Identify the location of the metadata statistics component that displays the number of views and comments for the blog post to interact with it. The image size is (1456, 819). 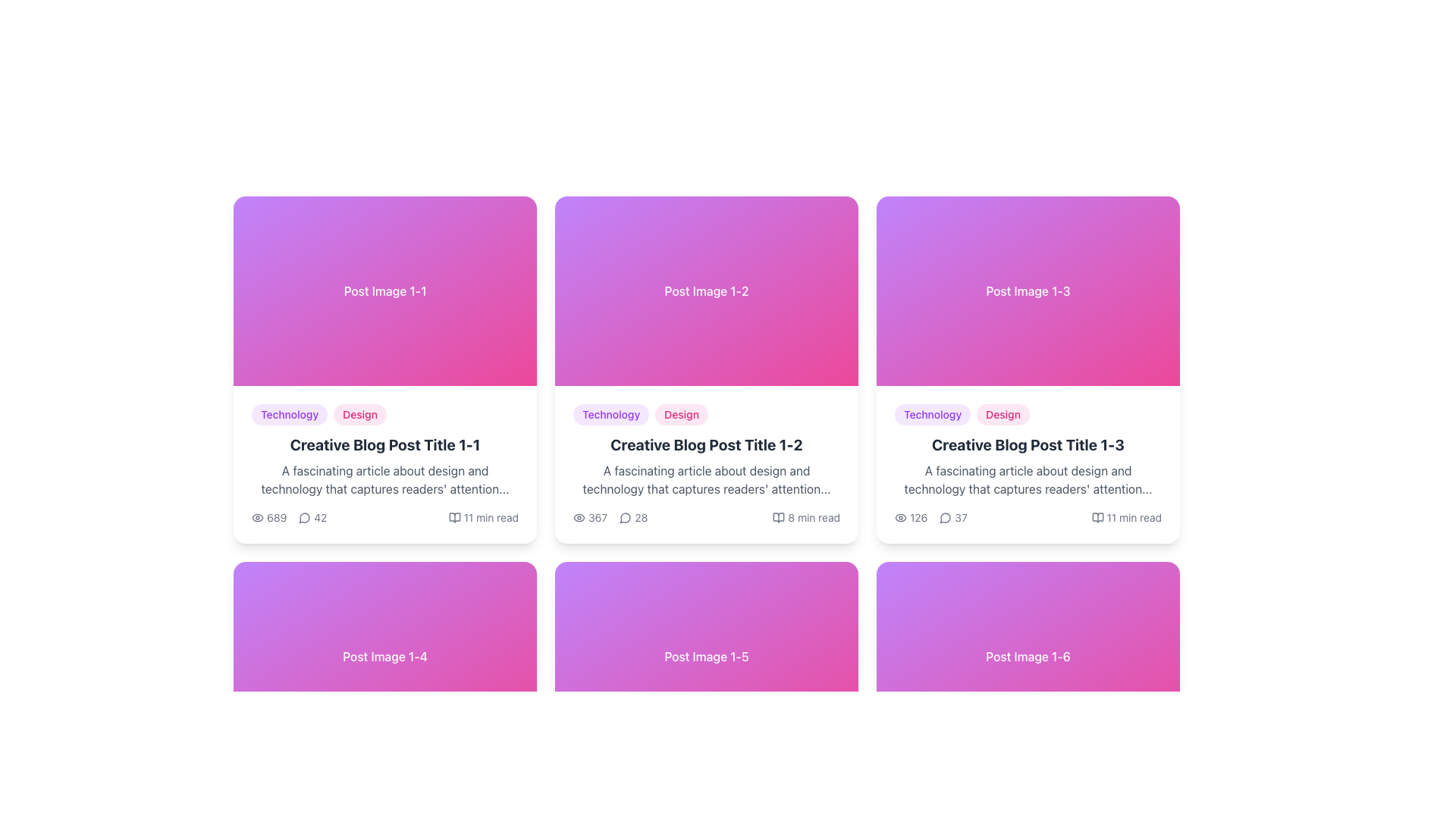
(610, 516).